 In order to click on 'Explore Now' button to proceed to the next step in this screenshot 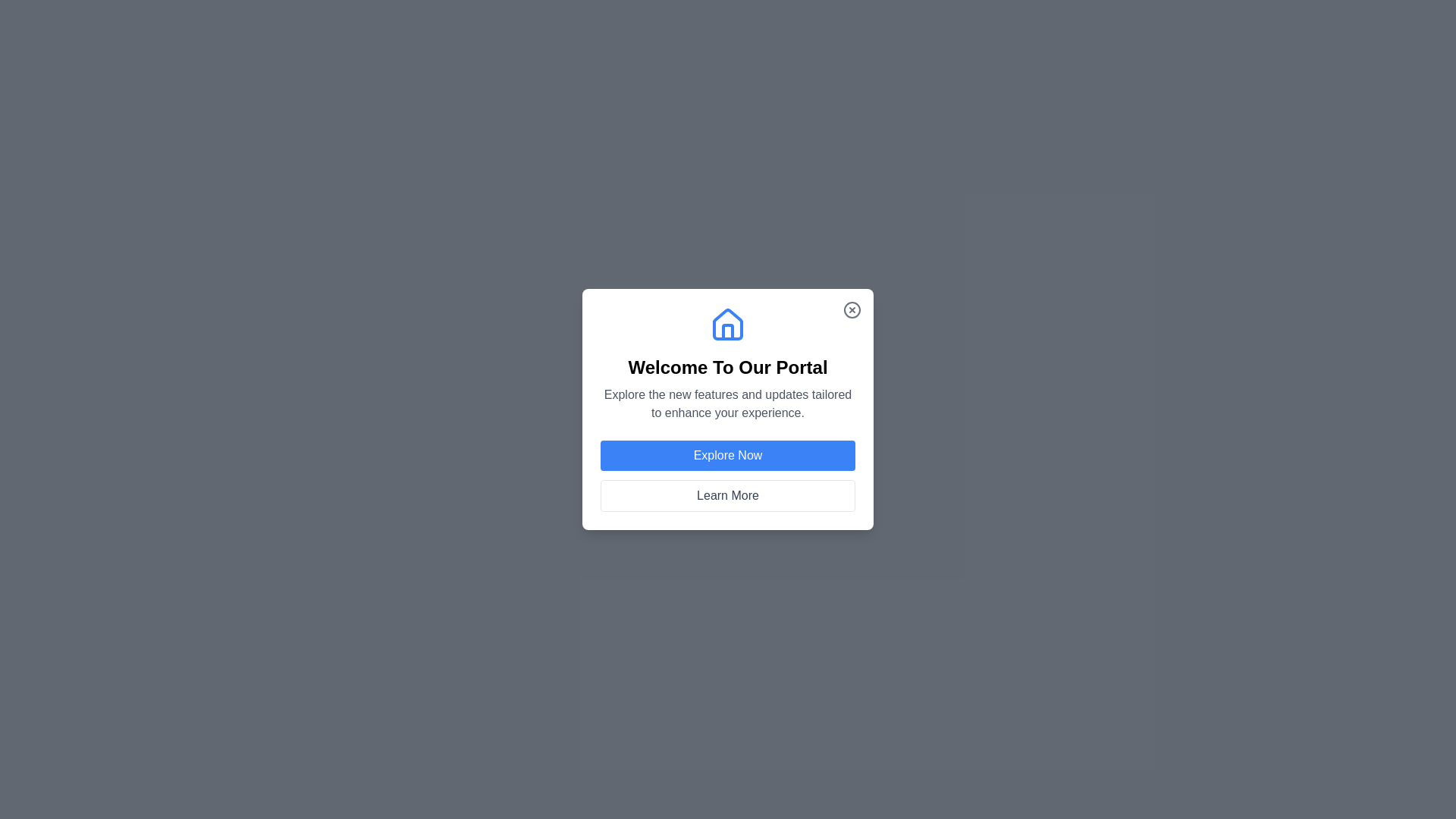, I will do `click(728, 455)`.